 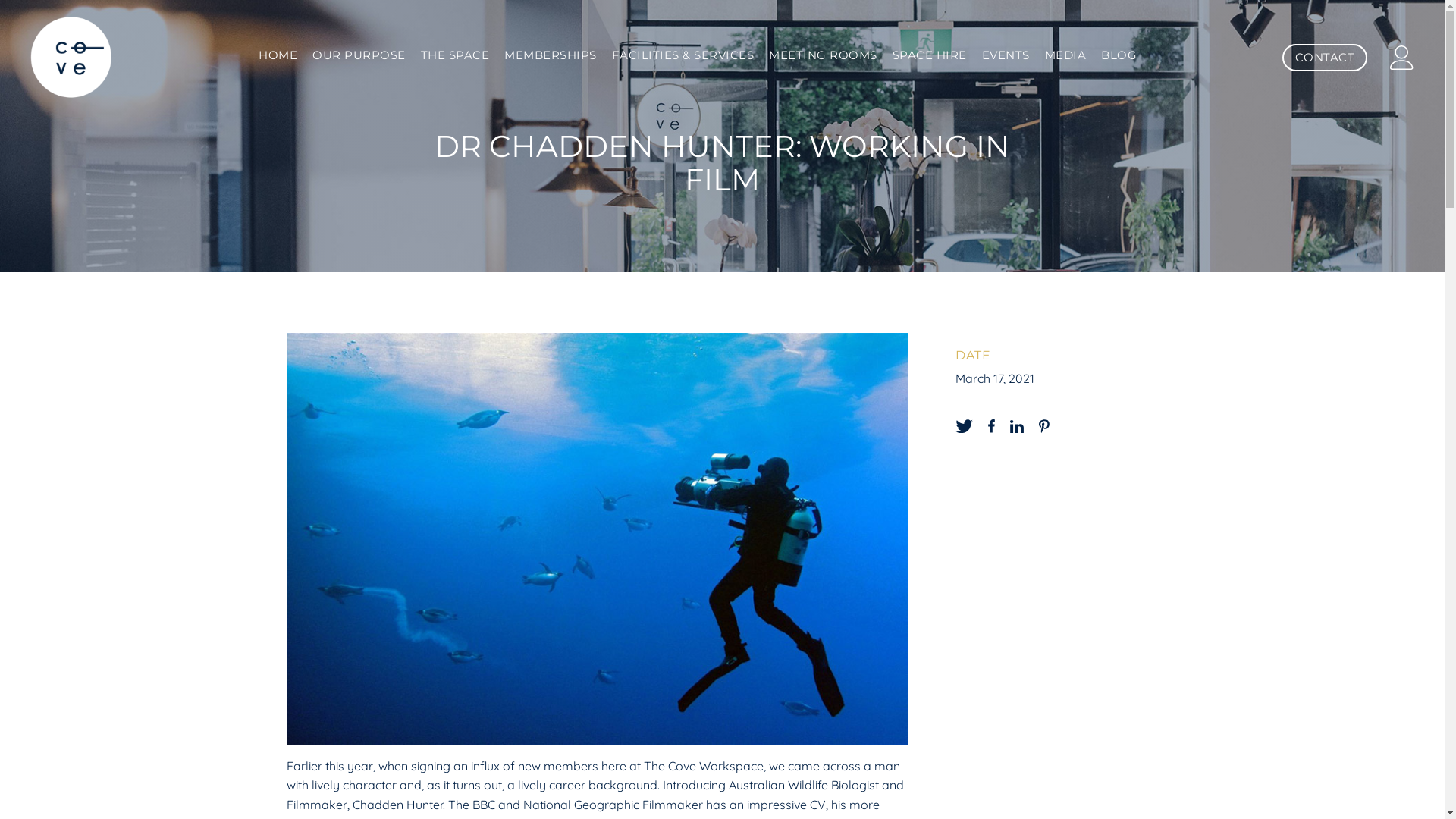 I want to click on 'MEDIA', so click(x=1065, y=55).